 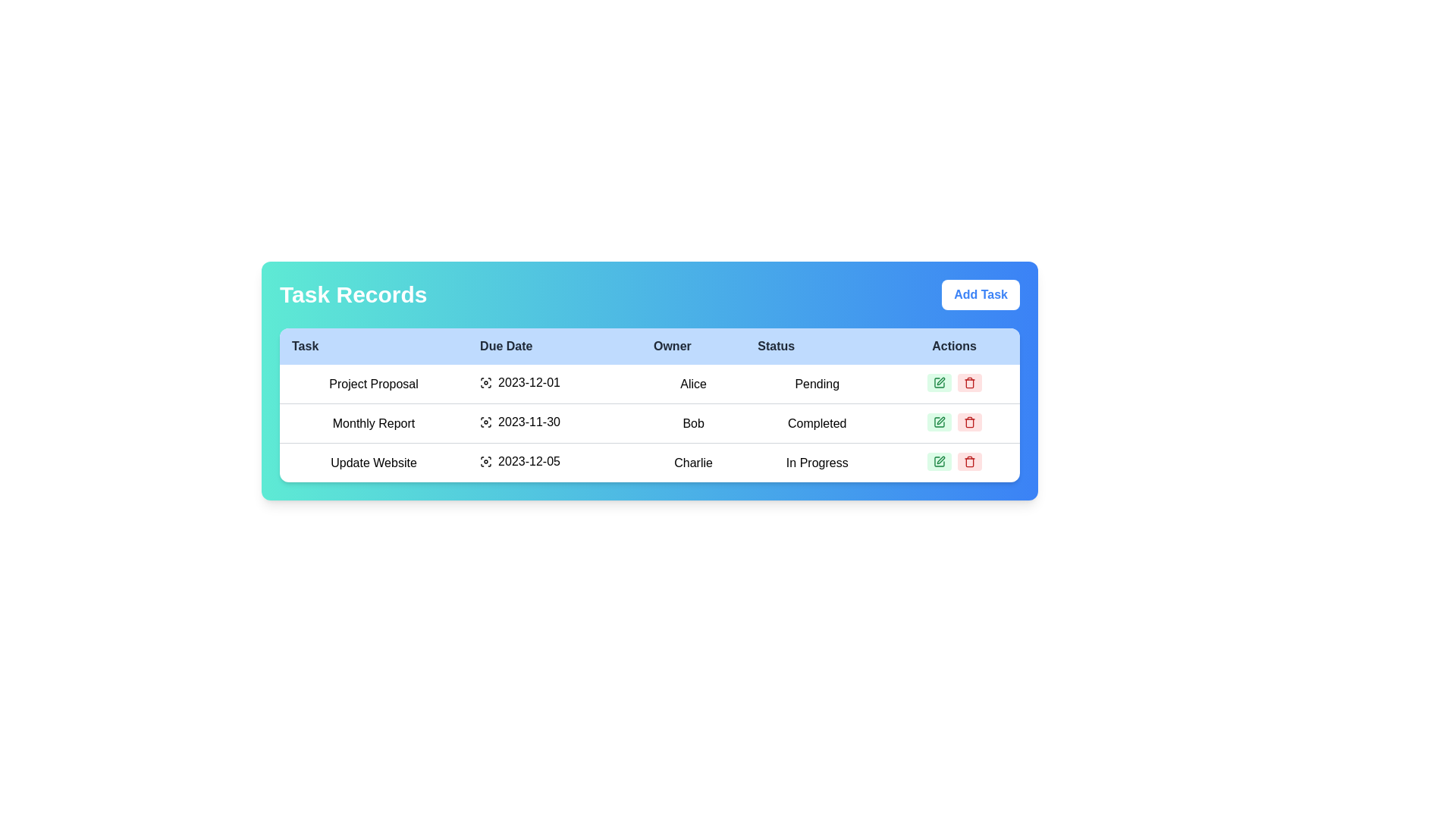 I want to click on the edit icon represented by a pen in the 'Actions' column of the third row for the task 'Update Website', so click(x=940, y=459).